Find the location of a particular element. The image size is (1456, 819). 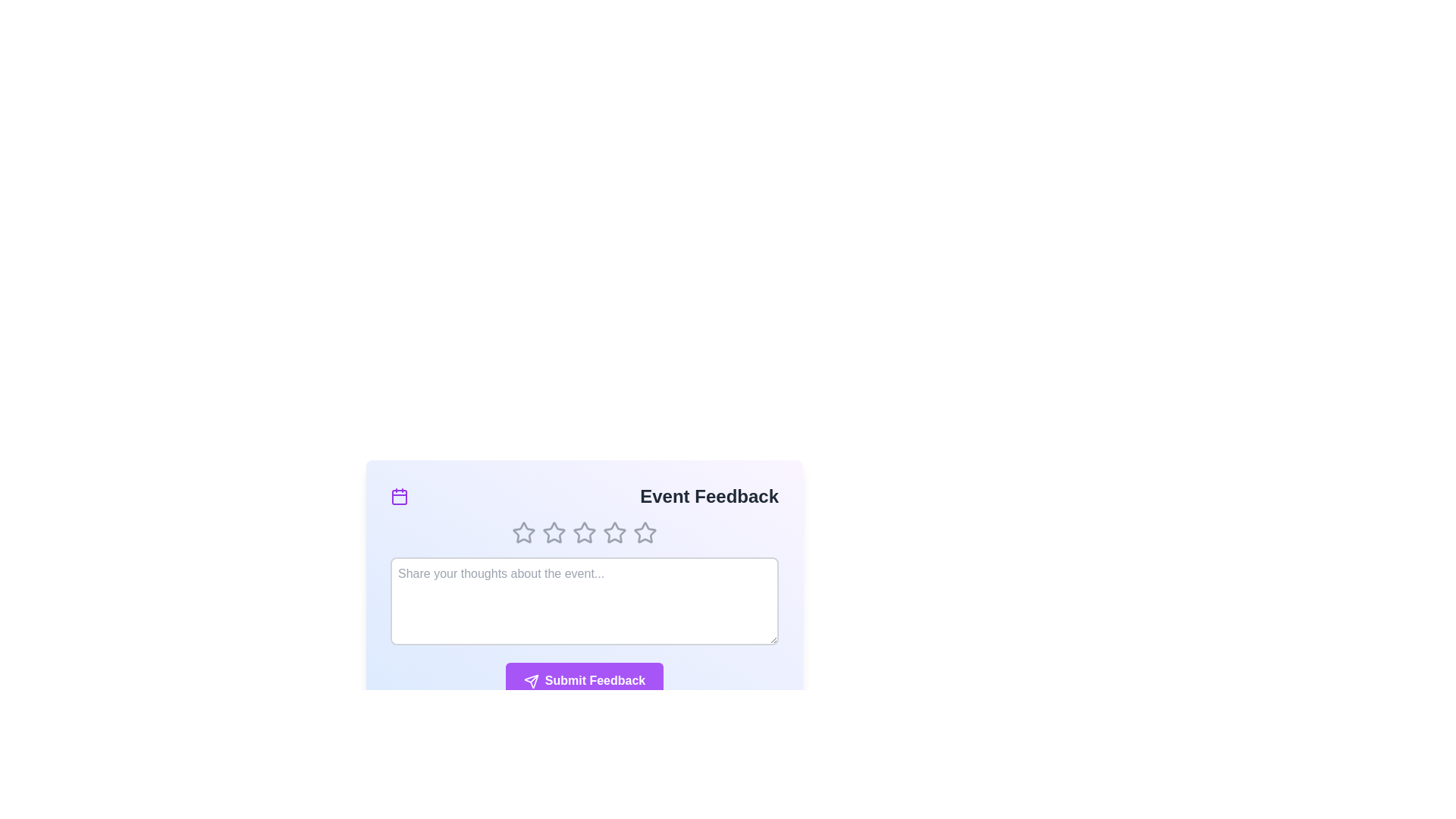

the 'Submit Feedback' button located at the bottom center of its containing card to change its color is located at coordinates (584, 680).